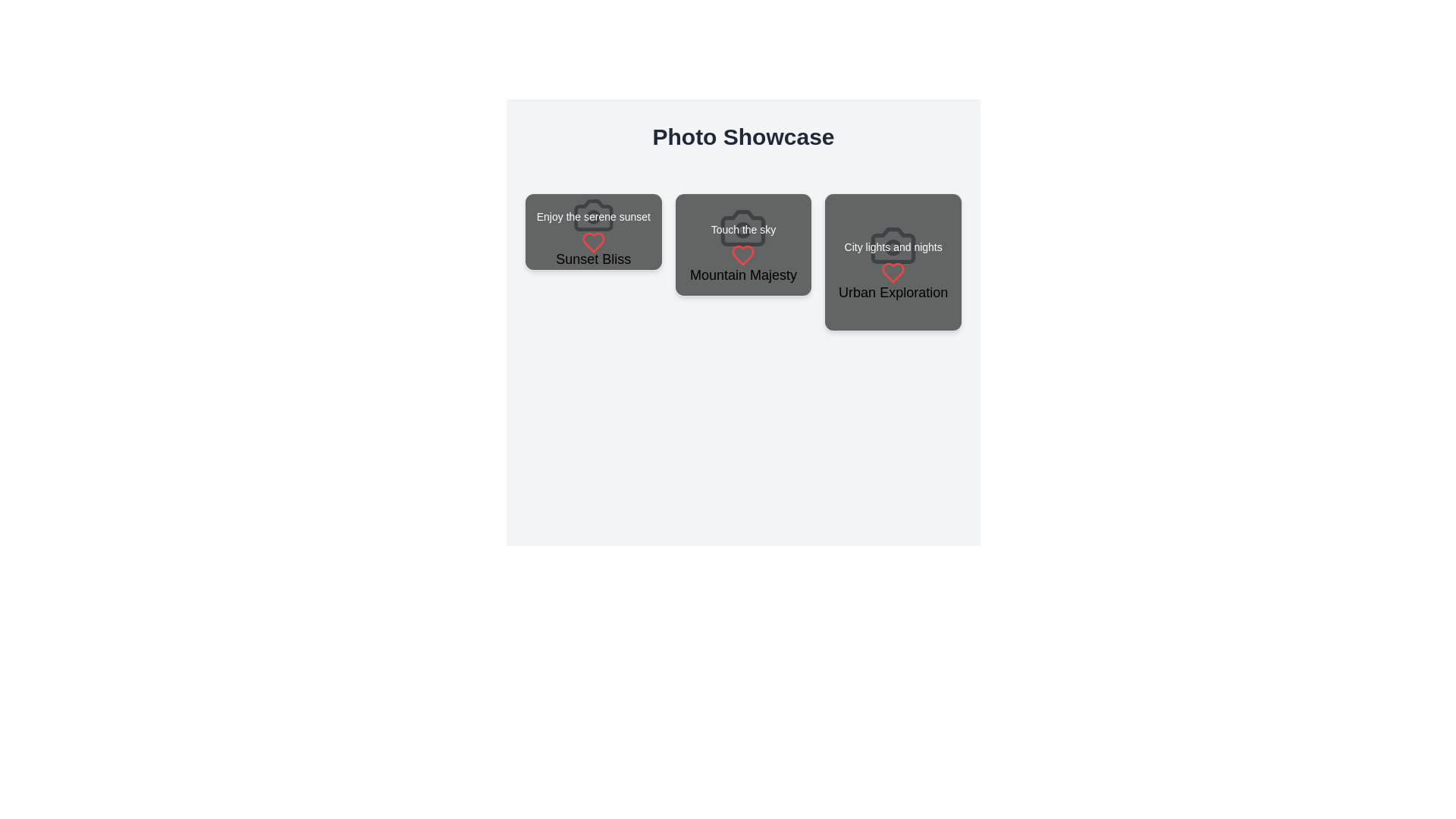 The image size is (1456, 819). What do you see at coordinates (893, 271) in the screenshot?
I see `the heart icon located in the 'Urban Exploration' card, which is the last card on the left` at bounding box center [893, 271].